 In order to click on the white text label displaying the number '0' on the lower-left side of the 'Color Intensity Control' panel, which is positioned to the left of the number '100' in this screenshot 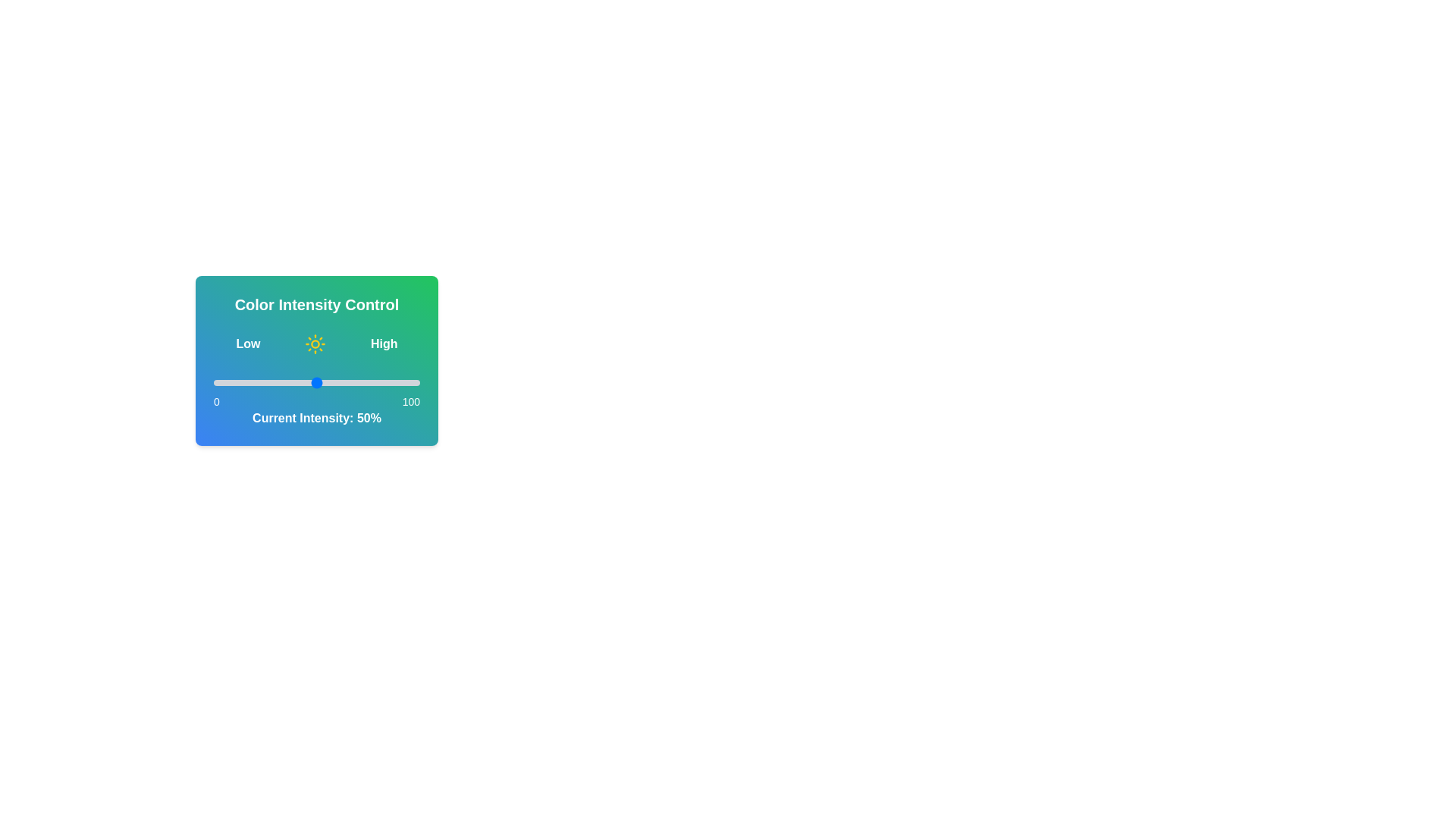, I will do `click(215, 400)`.